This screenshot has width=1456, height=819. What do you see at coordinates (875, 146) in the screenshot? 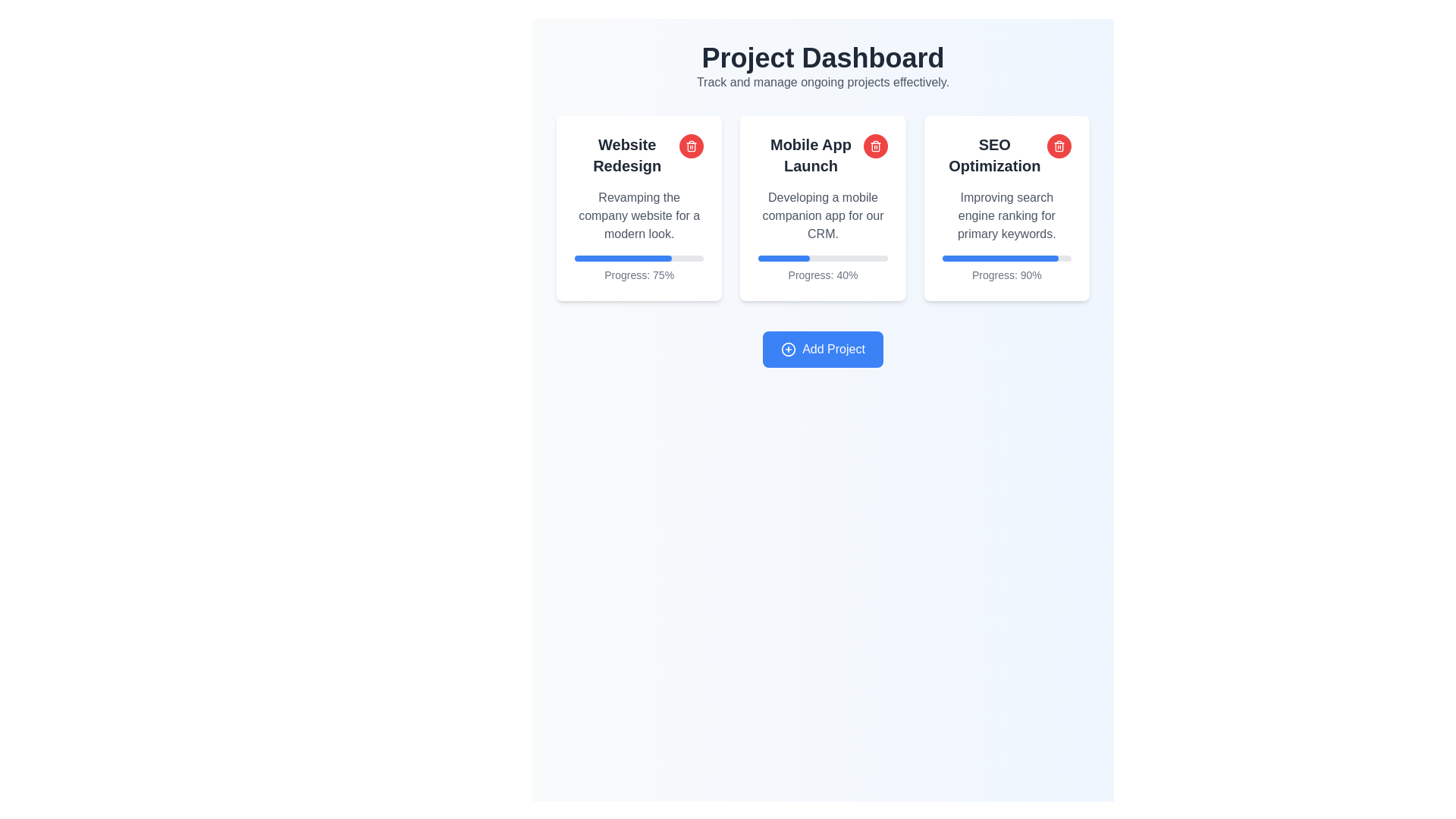
I see `the Trash/Delete Icon Button located in the top-right corner of the 'Mobile App Launch' card` at bounding box center [875, 146].